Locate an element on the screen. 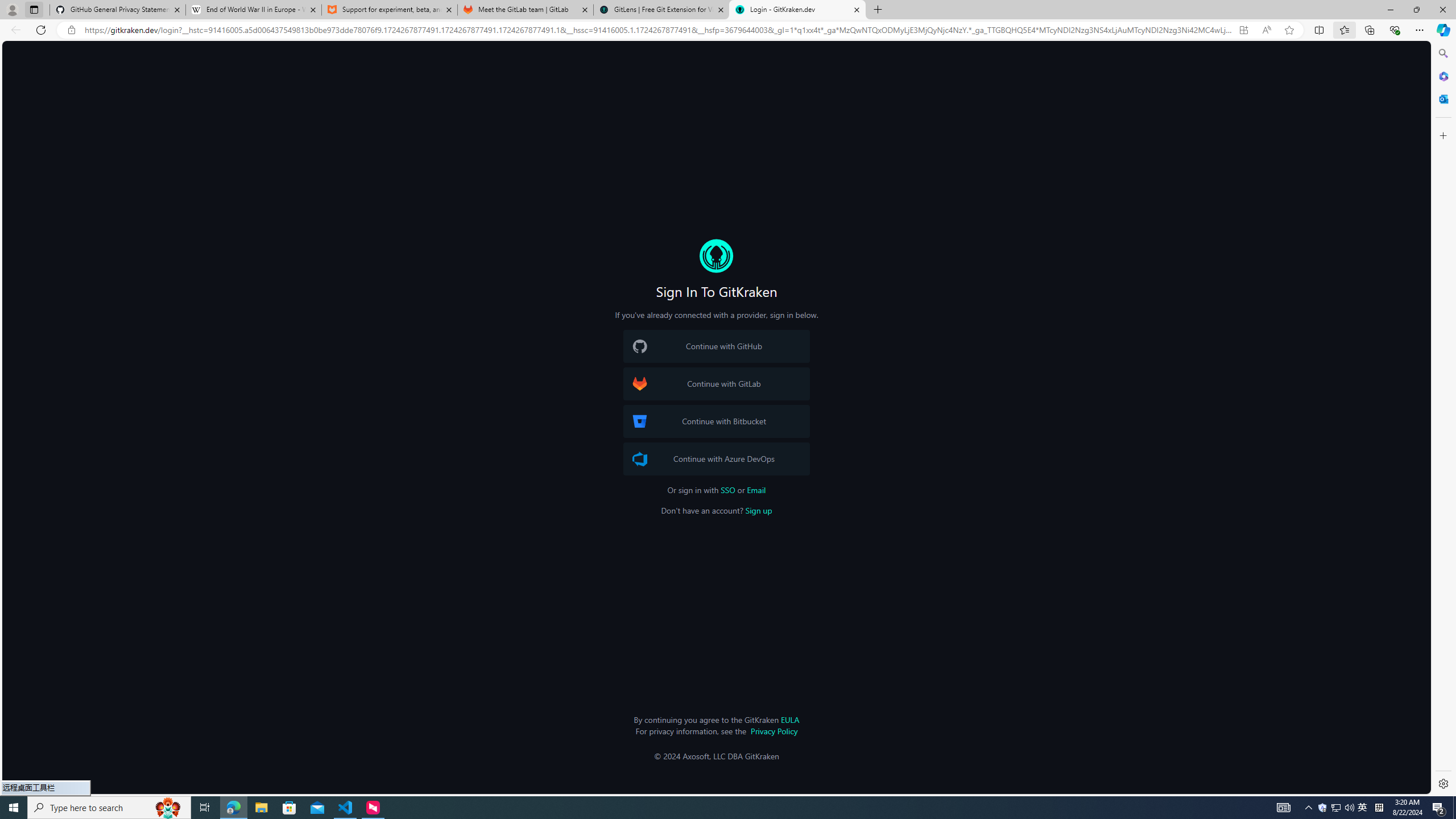  'Email' is located at coordinates (755, 490).